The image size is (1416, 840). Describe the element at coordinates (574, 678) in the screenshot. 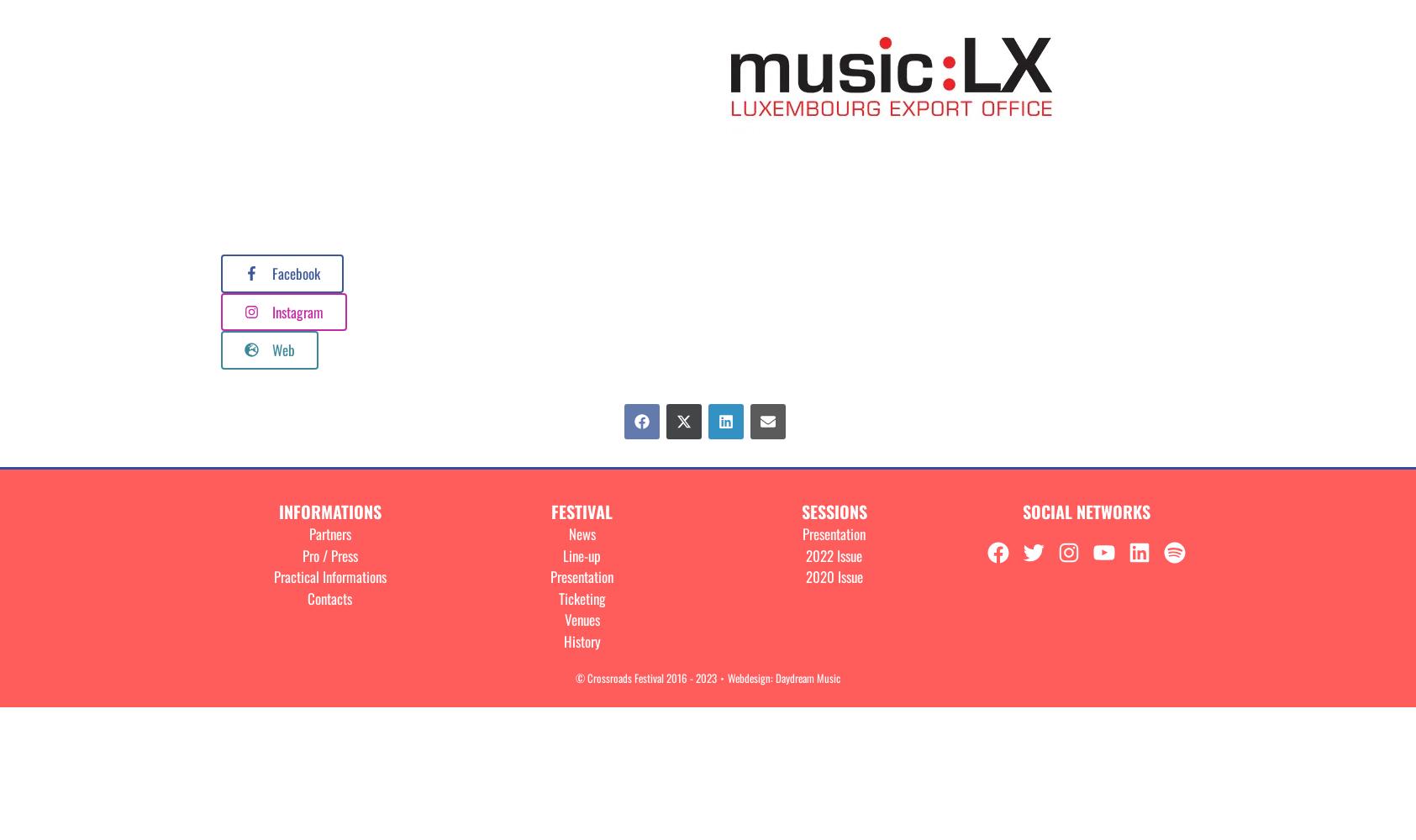

I see `'© Crossroads Festival 2016 - 2023・Webdesign:'` at that location.